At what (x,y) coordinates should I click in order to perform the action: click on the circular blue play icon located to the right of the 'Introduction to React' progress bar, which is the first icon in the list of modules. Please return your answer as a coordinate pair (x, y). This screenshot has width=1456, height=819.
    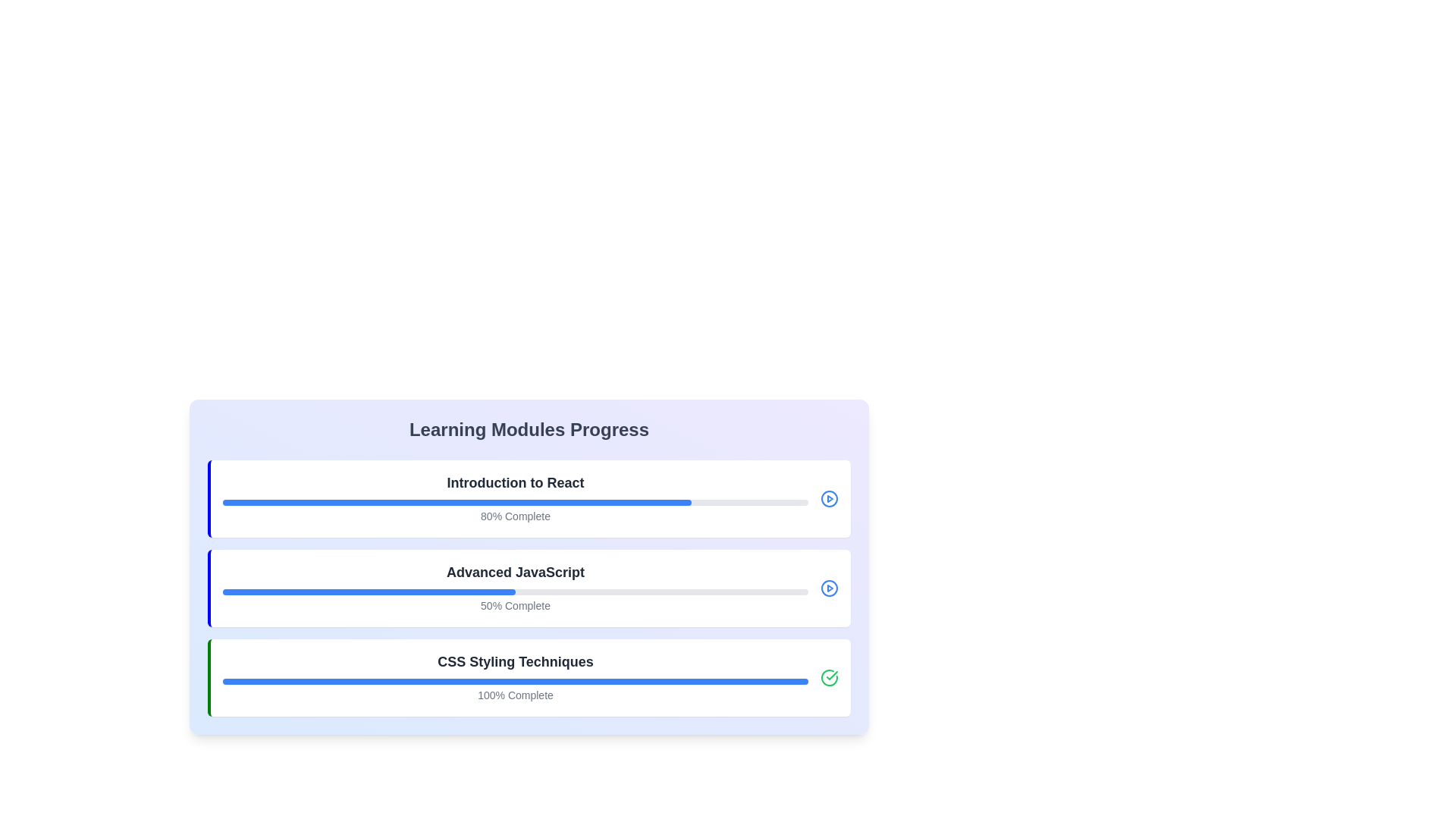
    Looking at the image, I should click on (829, 499).